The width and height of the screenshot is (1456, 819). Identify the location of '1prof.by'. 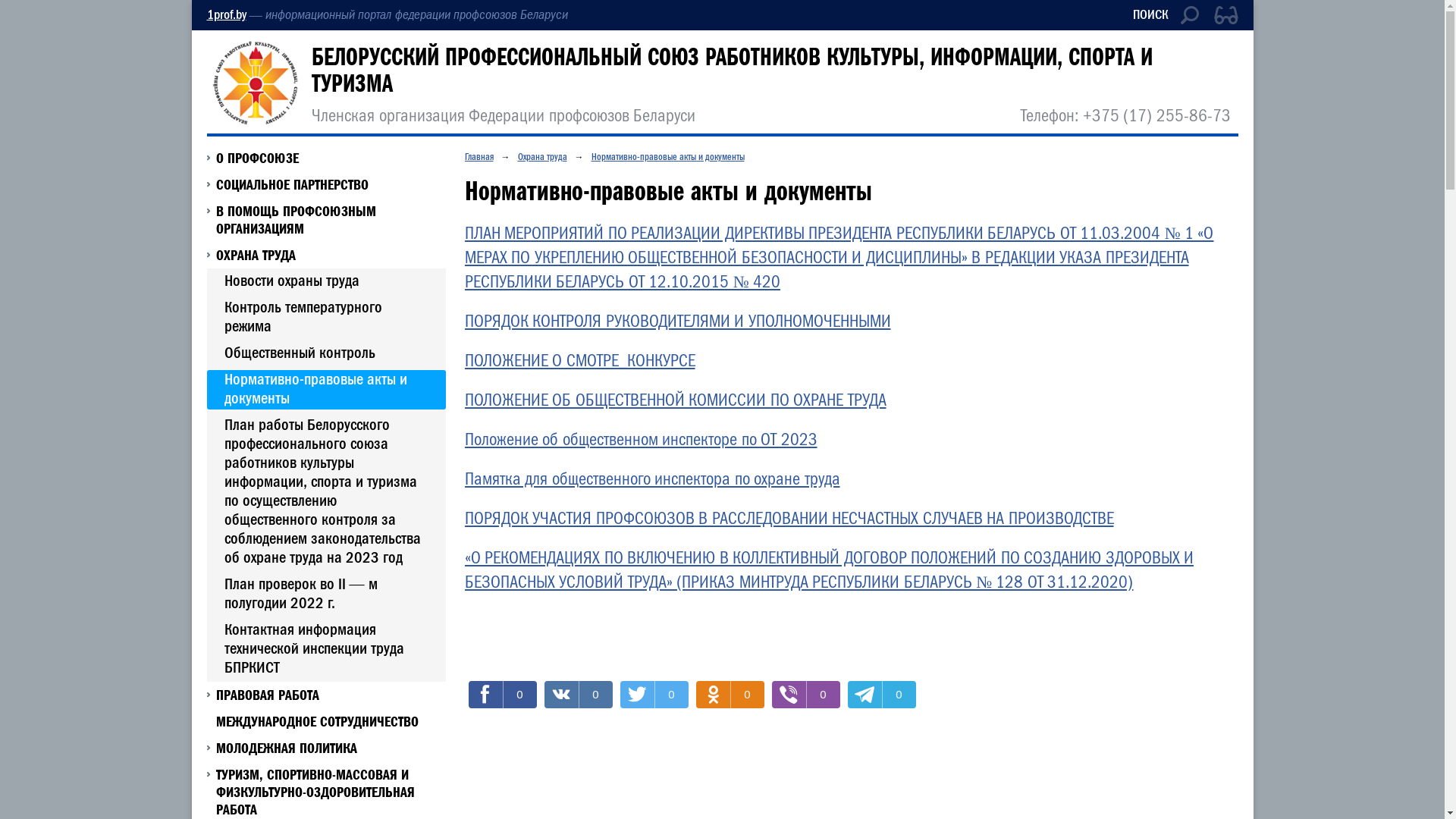
(206, 14).